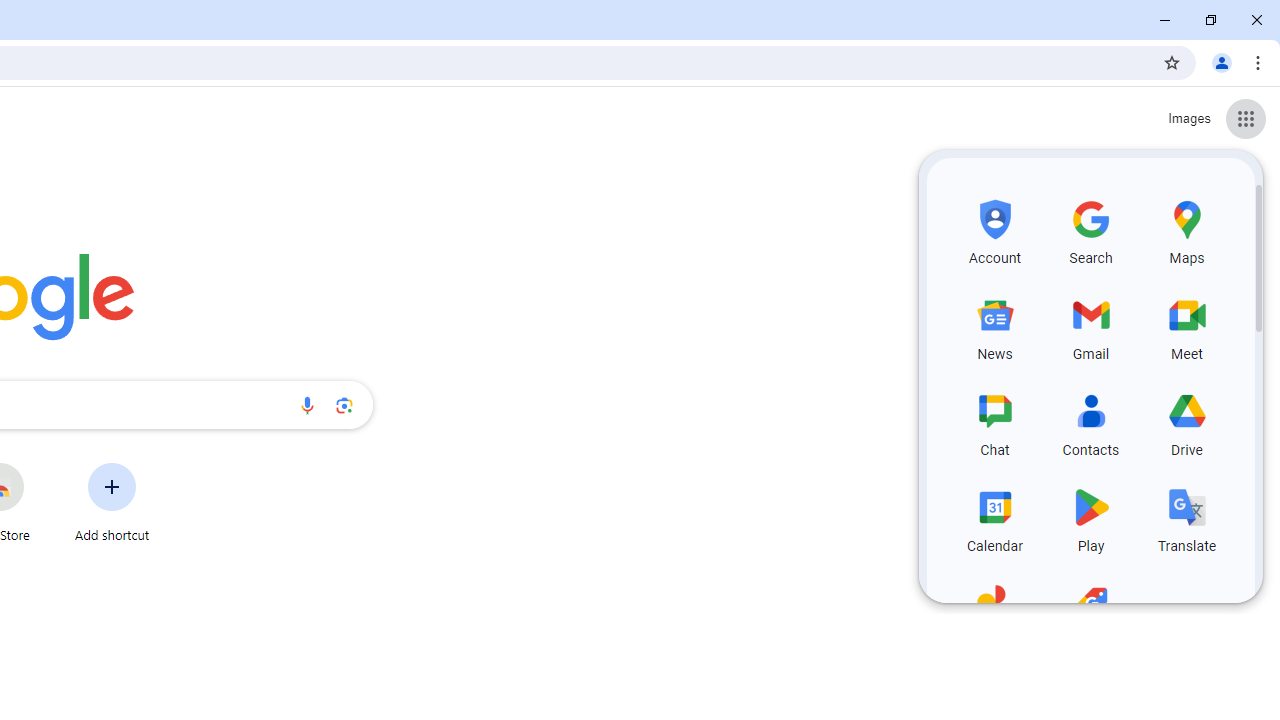 Image resolution: width=1280 pixels, height=720 pixels. What do you see at coordinates (995, 324) in the screenshot?
I see `'News, row 2 of 5 and column 1 of 3 in the first section'` at bounding box center [995, 324].